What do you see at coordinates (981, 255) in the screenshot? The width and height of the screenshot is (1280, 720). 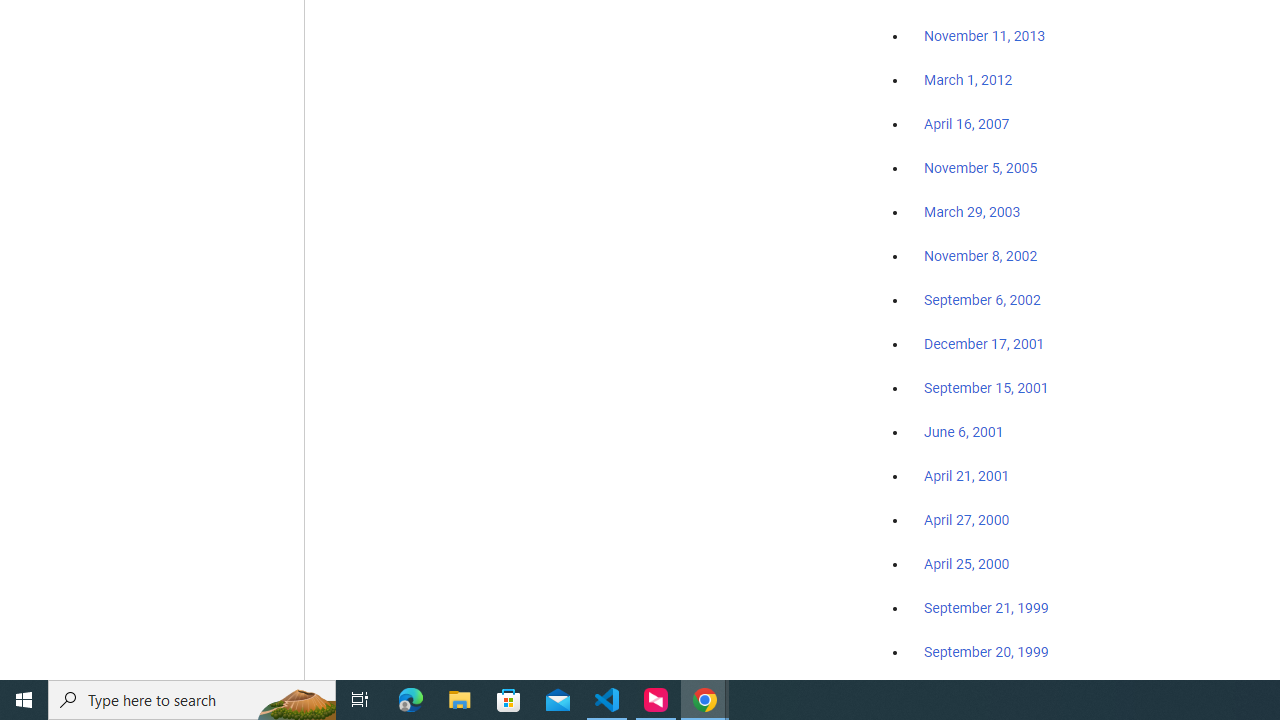 I see `'November 8, 2002'` at bounding box center [981, 255].